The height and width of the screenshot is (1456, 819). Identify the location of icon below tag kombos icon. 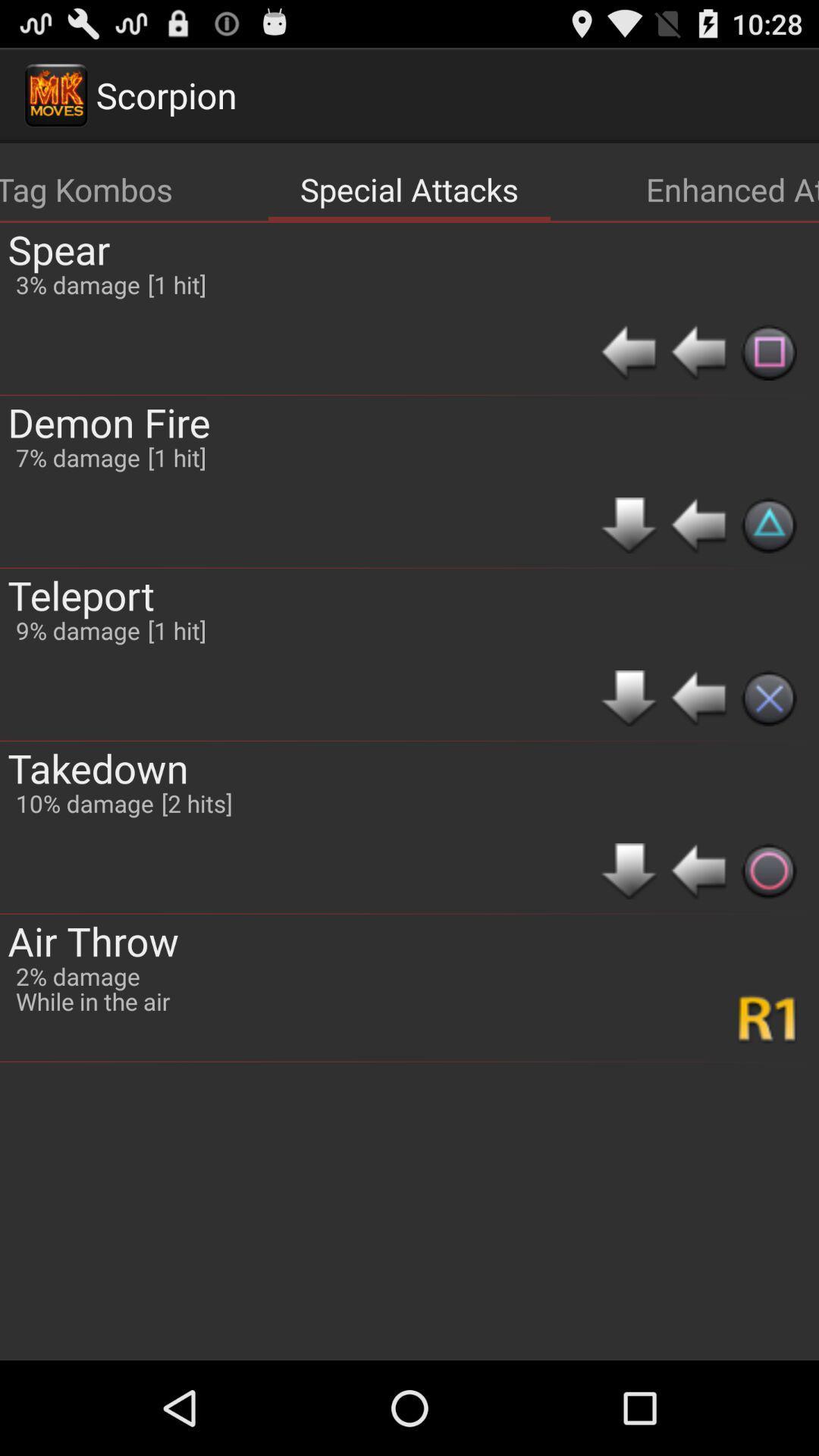
(58, 249).